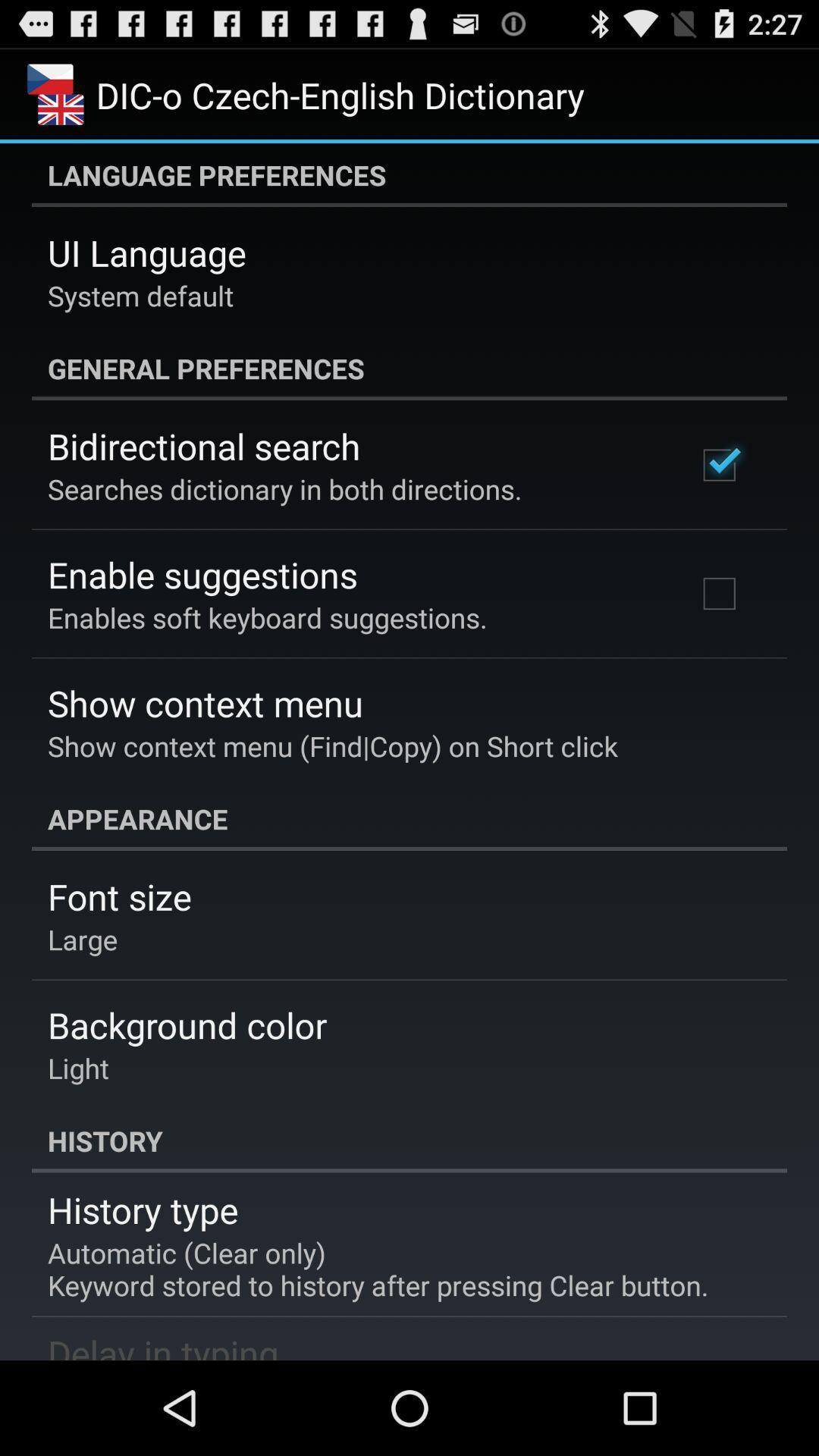 Image resolution: width=819 pixels, height=1456 pixels. I want to click on language preferences icon, so click(409, 174).